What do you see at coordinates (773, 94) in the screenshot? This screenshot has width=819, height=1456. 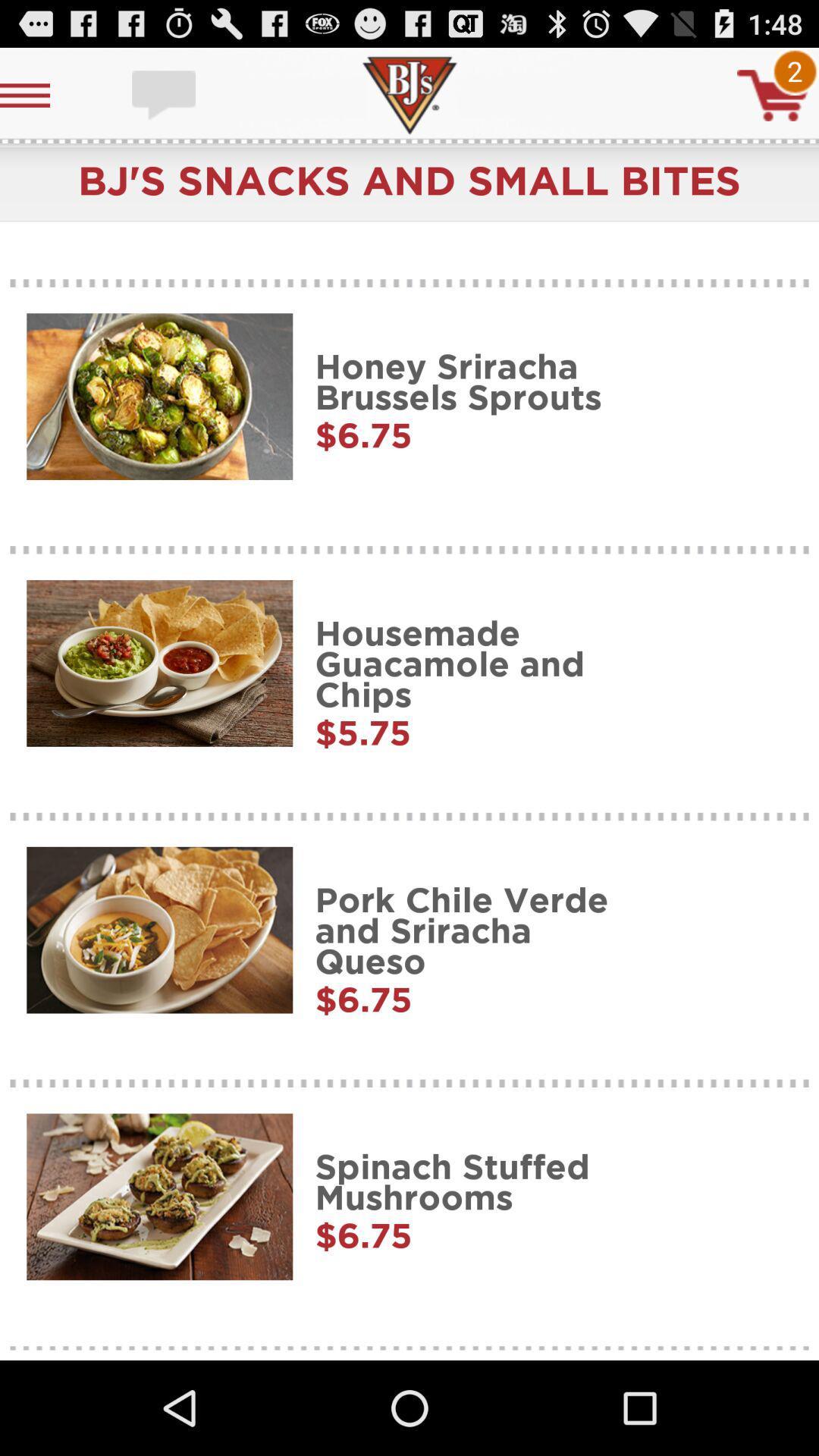 I see `cart` at bounding box center [773, 94].